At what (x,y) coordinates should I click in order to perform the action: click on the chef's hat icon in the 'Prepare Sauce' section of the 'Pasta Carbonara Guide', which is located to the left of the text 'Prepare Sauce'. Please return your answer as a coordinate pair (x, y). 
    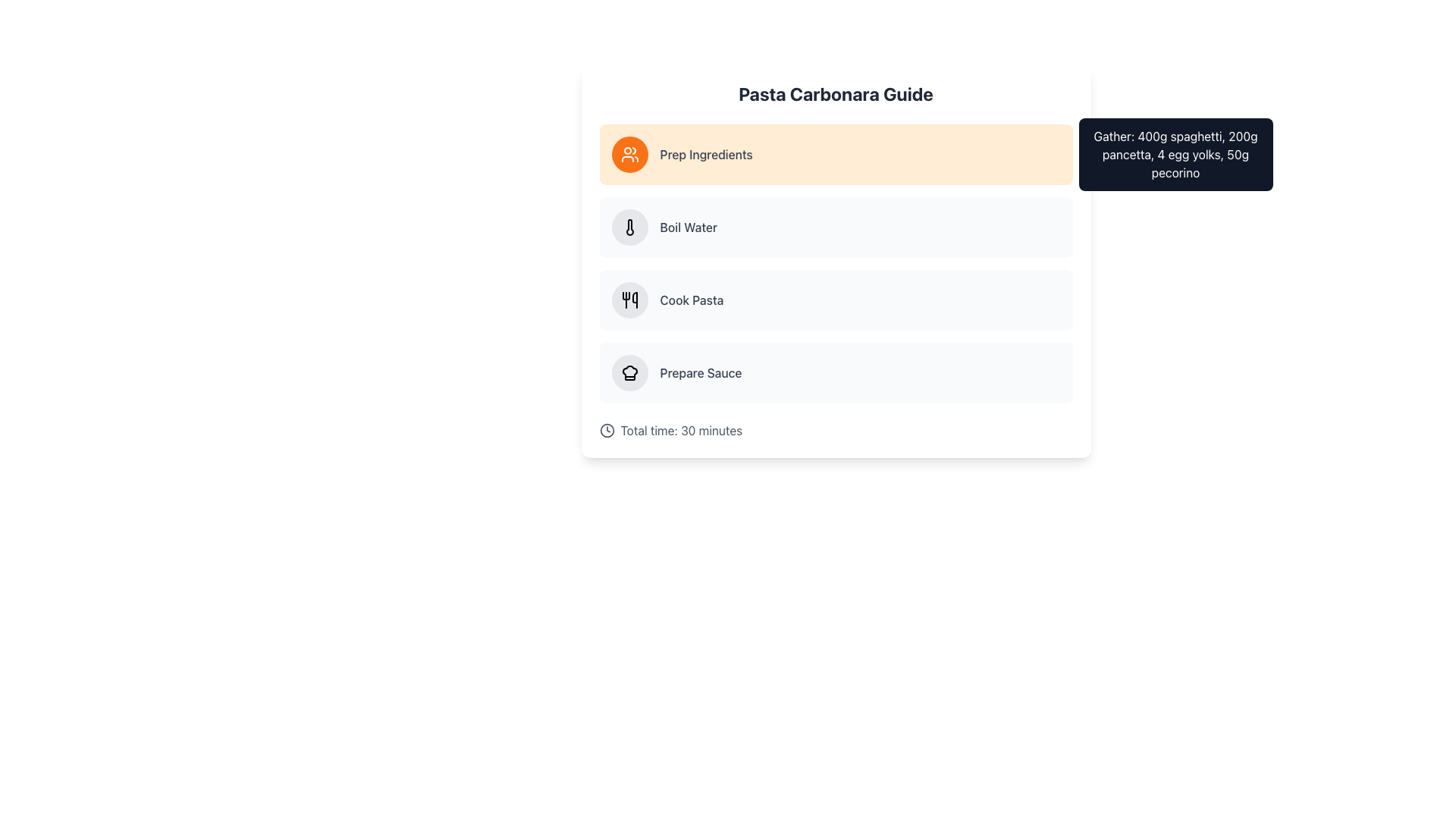
    Looking at the image, I should click on (629, 373).